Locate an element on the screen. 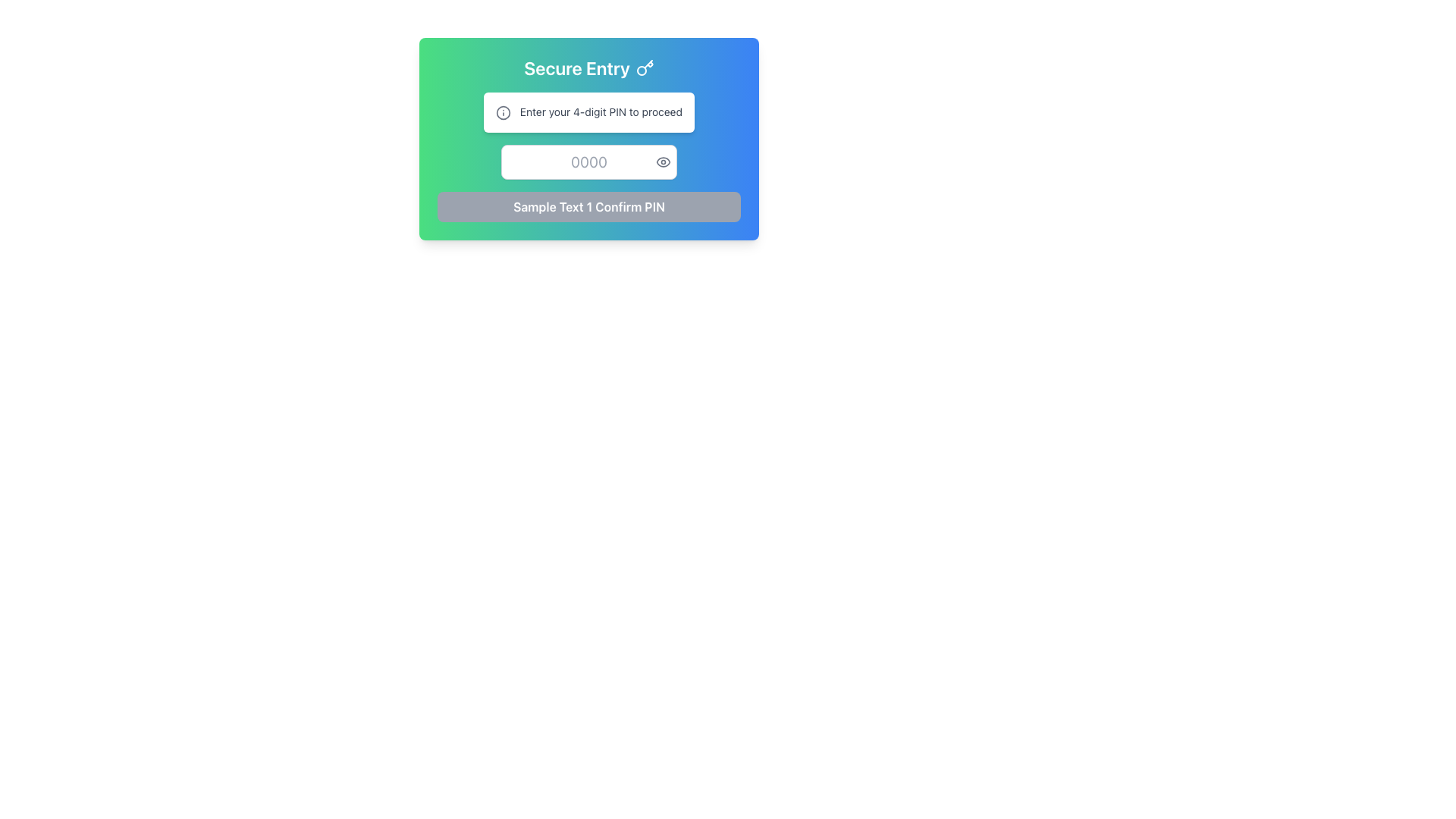 The height and width of the screenshot is (819, 1456). the eye icon button, which is a monochrome gray icon located to the right of the text input field with placeholder text '0000' is located at coordinates (663, 162).